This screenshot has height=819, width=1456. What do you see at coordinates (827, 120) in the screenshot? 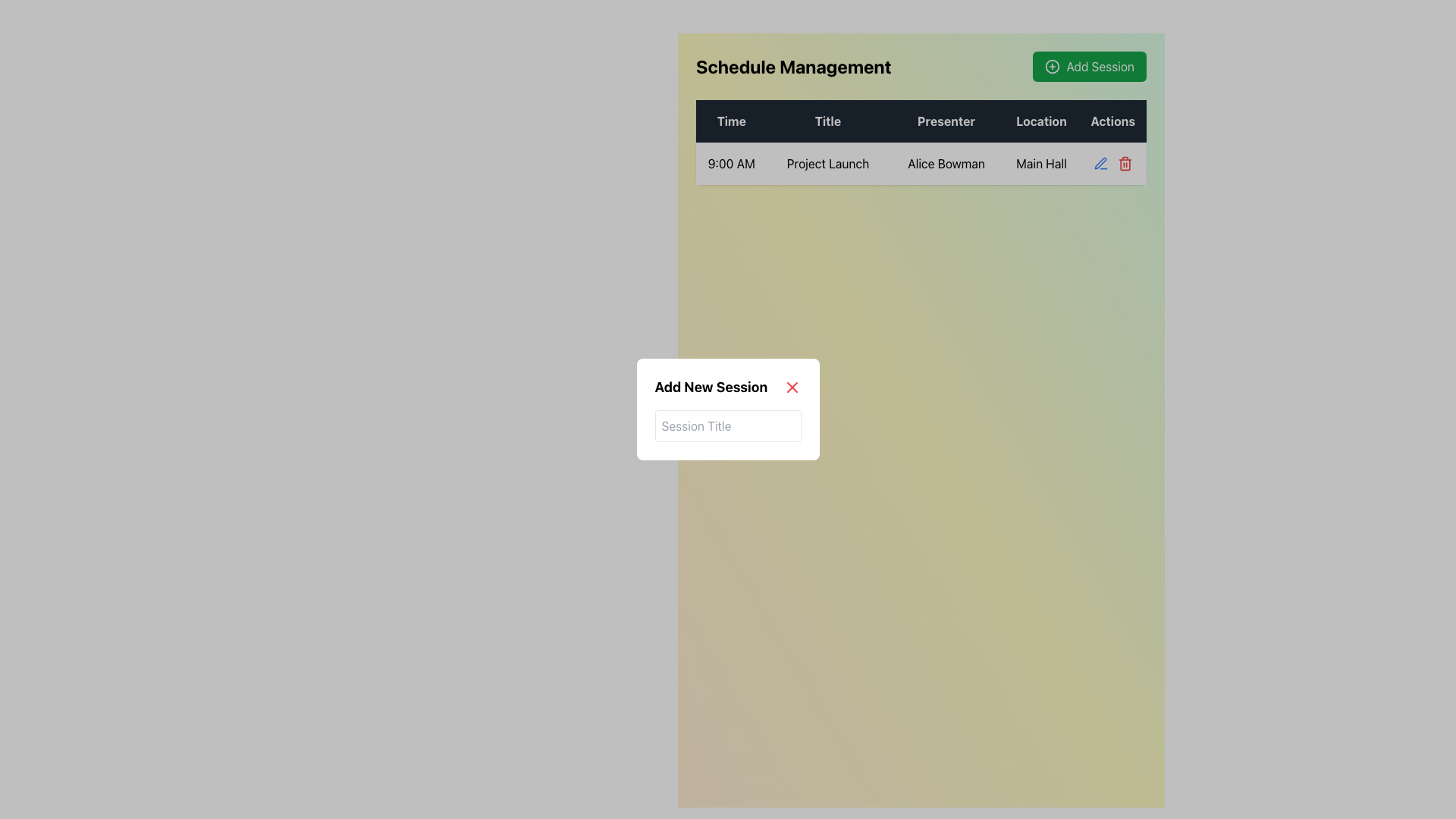
I see `the 'Title' text label element, which is centrally located in the header row of a table between the 'Time' and 'Presenter' labels` at bounding box center [827, 120].